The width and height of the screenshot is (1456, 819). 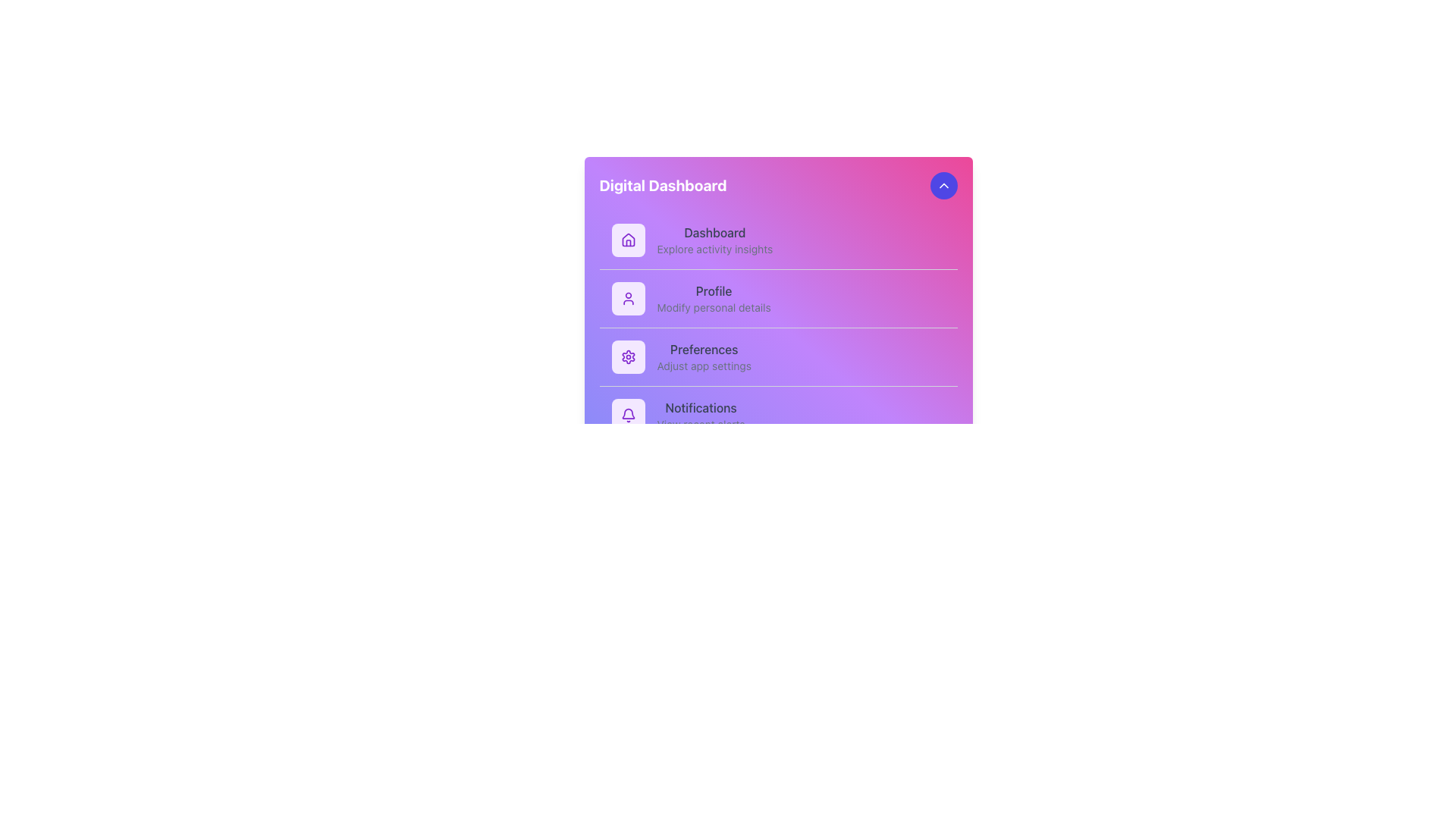 What do you see at coordinates (778, 281) in the screenshot?
I see `the 'Profile' navigation link` at bounding box center [778, 281].